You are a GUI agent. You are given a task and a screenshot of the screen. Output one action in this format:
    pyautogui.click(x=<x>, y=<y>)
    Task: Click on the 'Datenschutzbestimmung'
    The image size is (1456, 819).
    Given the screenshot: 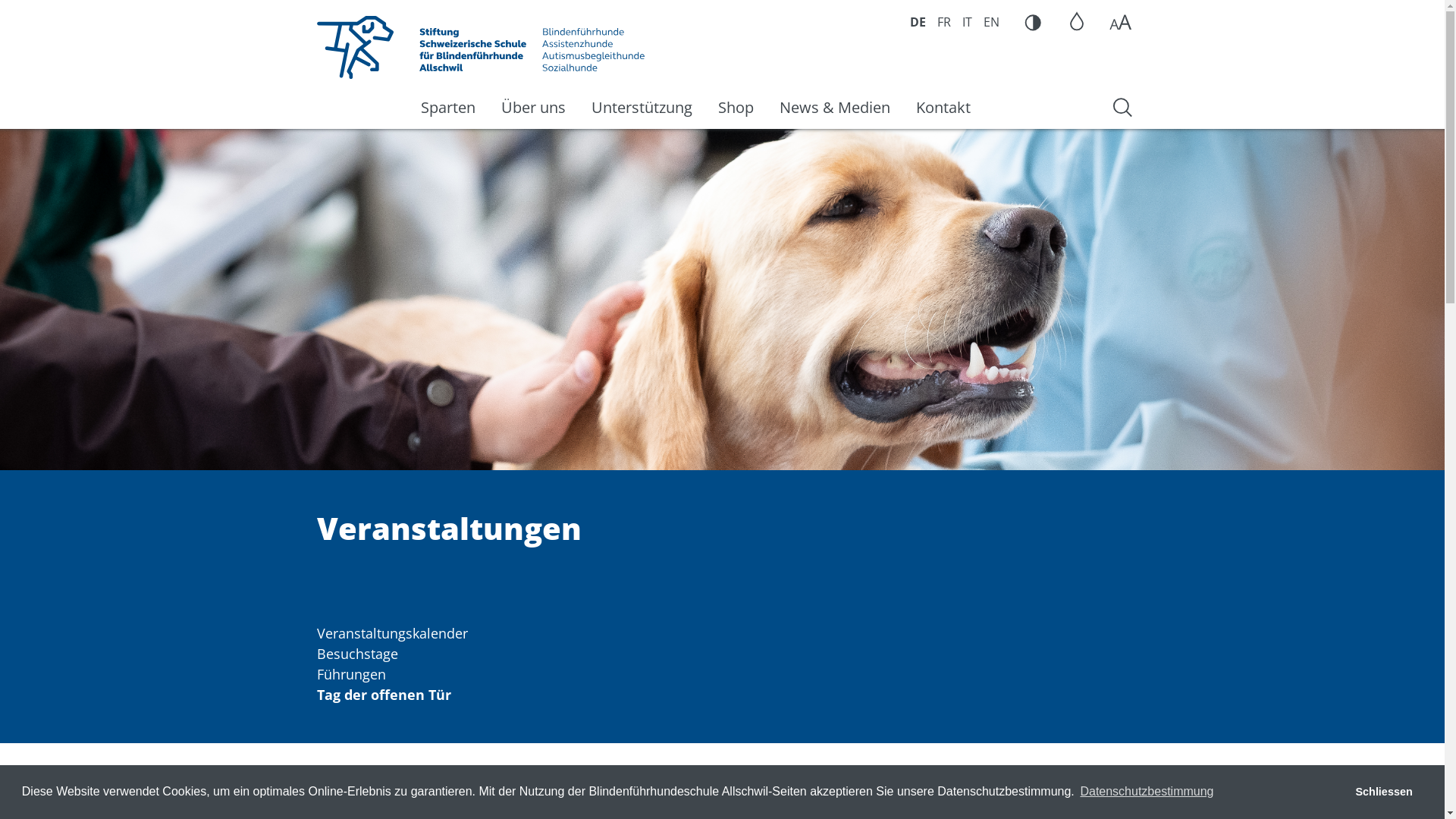 What is the action you would take?
    pyautogui.click(x=1147, y=791)
    